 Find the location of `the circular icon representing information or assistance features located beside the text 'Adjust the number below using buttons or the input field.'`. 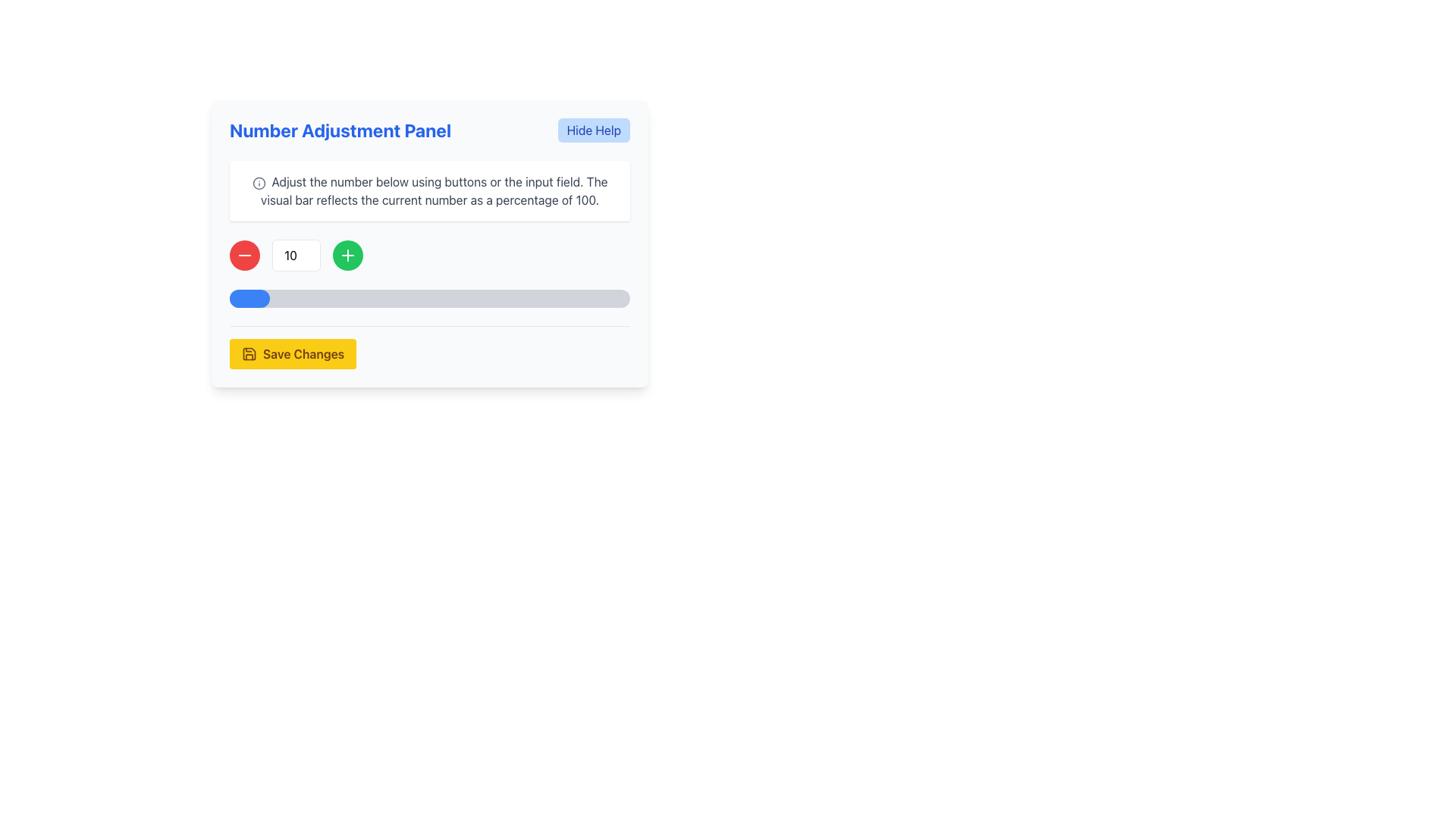

the circular icon representing information or assistance features located beside the text 'Adjust the number below using buttons or the input field.' is located at coordinates (259, 182).